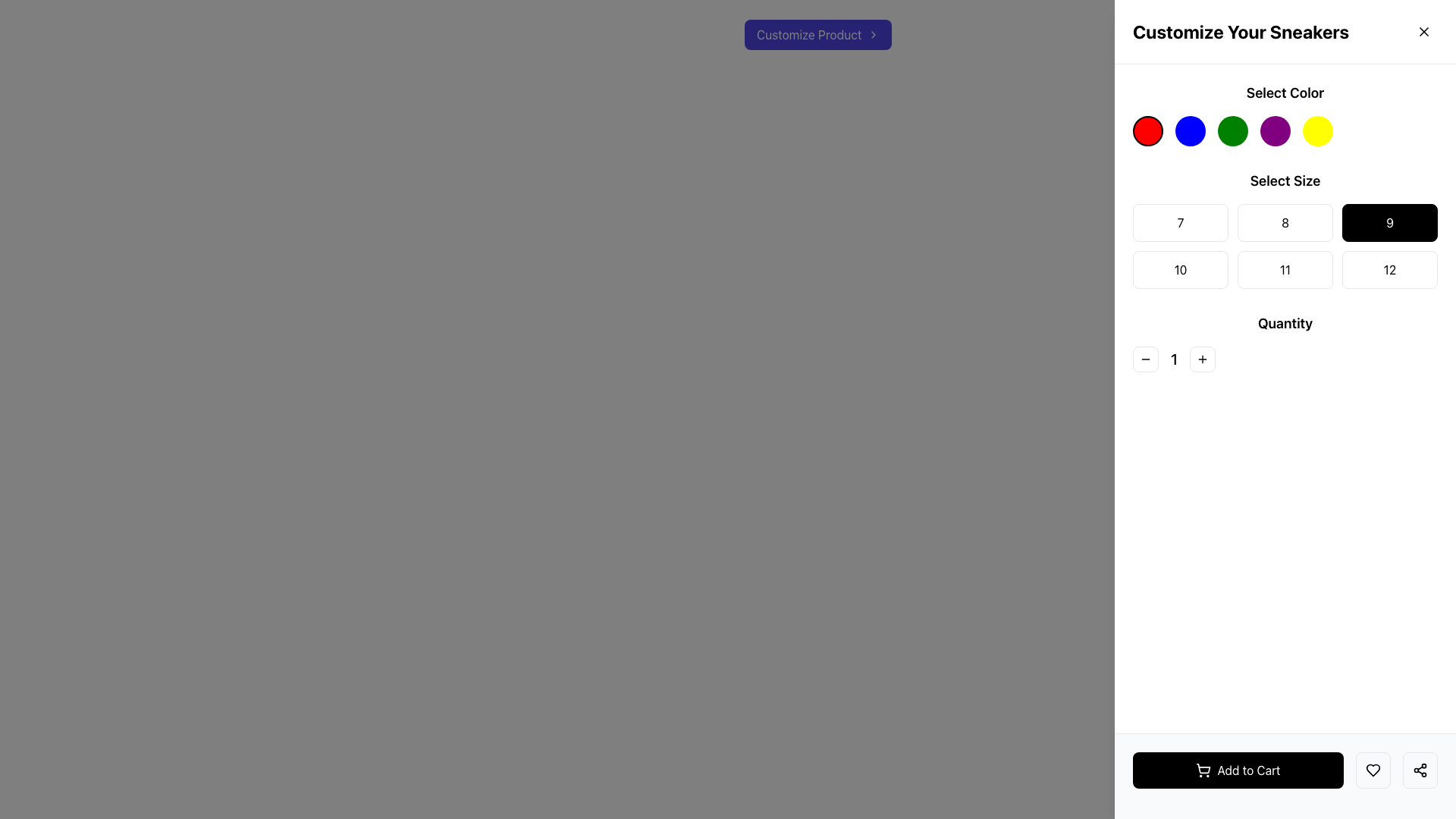 This screenshot has height=819, width=1456. I want to click on the rectangular button with a black background and white text displaying '9', which is the third button in the grid under the 'Select Size' section, so click(1390, 222).